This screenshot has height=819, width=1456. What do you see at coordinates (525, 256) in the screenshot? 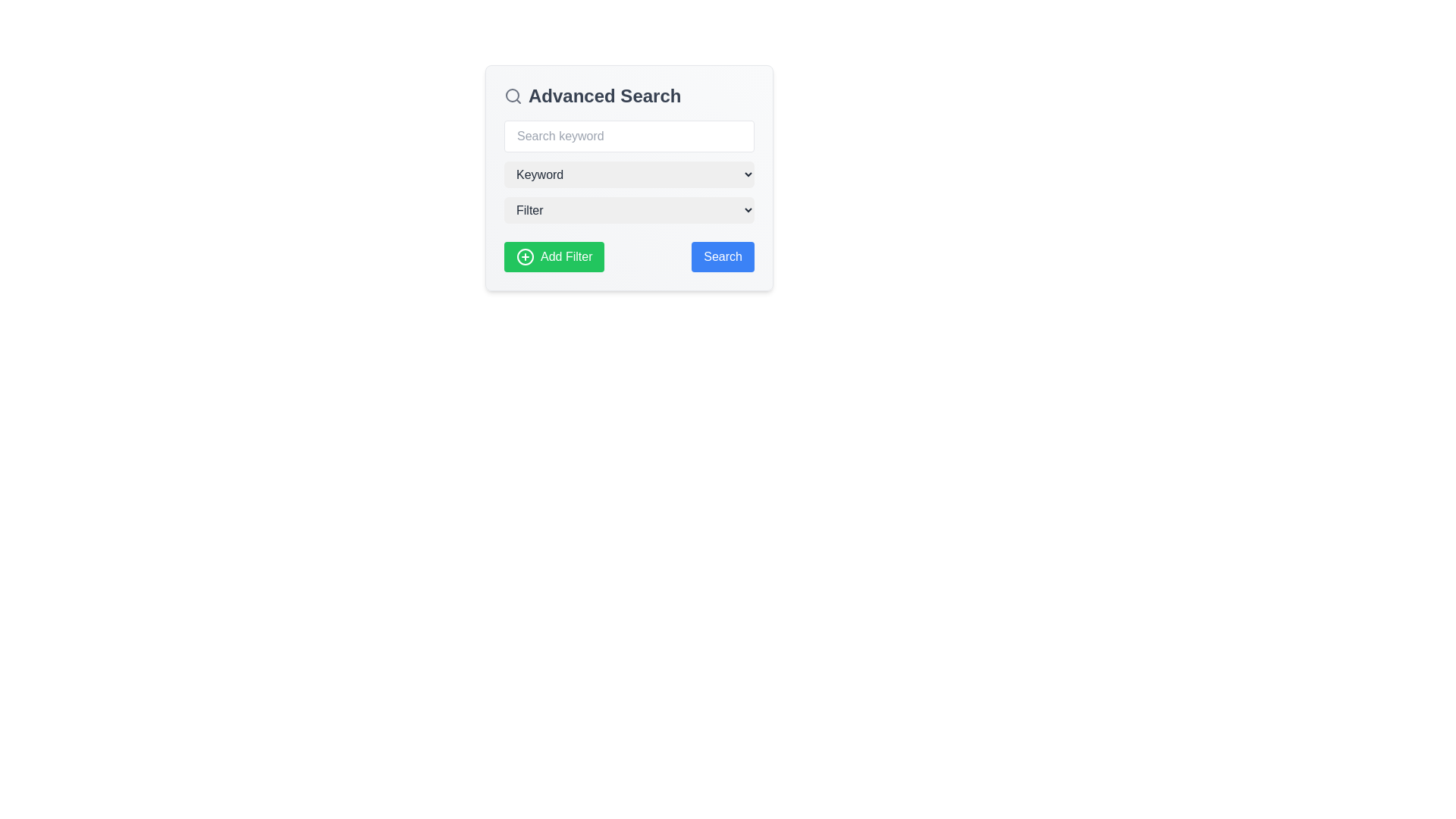
I see `the circular 'plus' icon that is enclosed within the green rounded button labeled 'Add Filter'` at bounding box center [525, 256].